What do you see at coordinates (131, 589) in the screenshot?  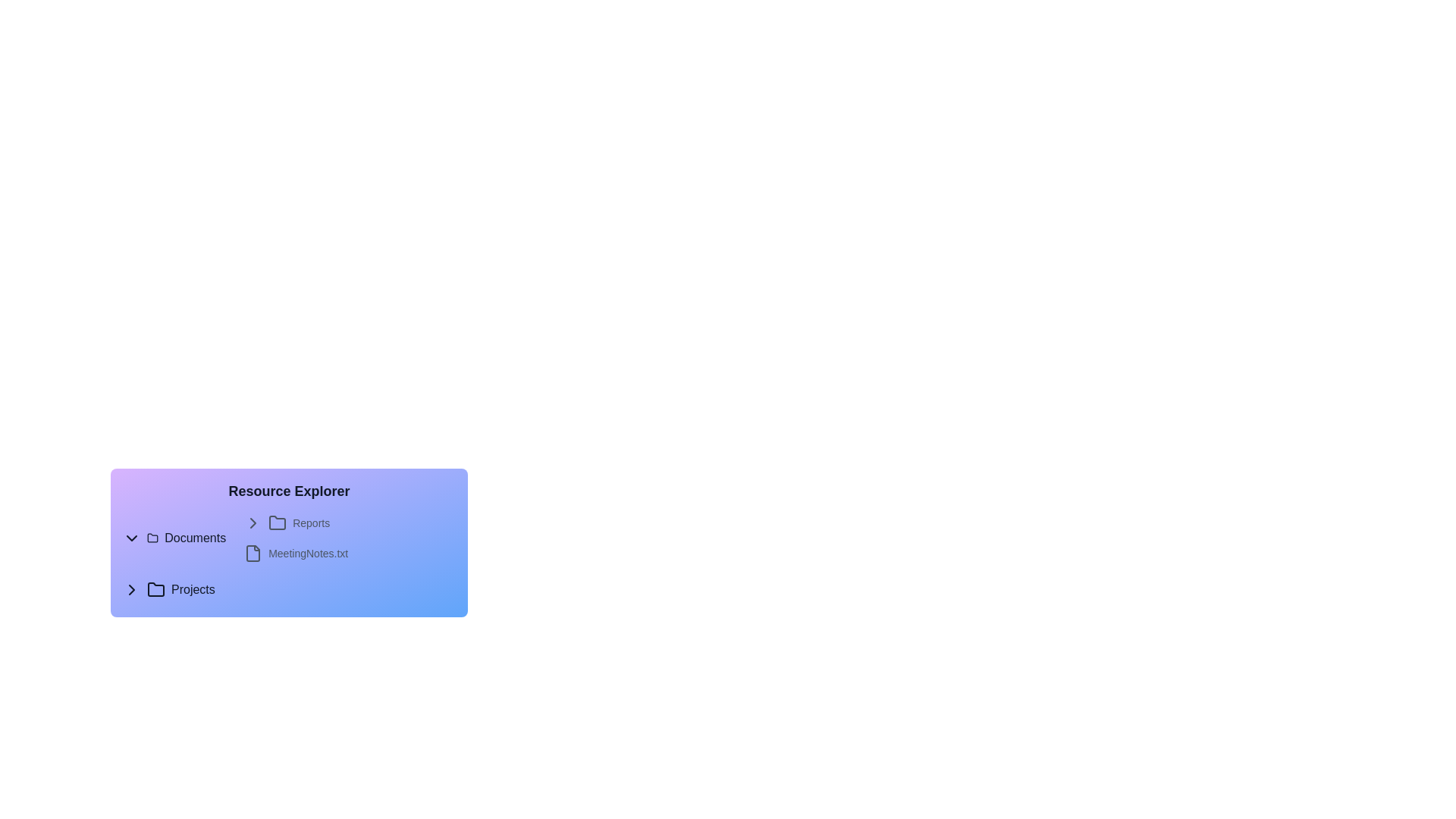 I see `the 'expand/collapse' button for the 'Projects' section` at bounding box center [131, 589].